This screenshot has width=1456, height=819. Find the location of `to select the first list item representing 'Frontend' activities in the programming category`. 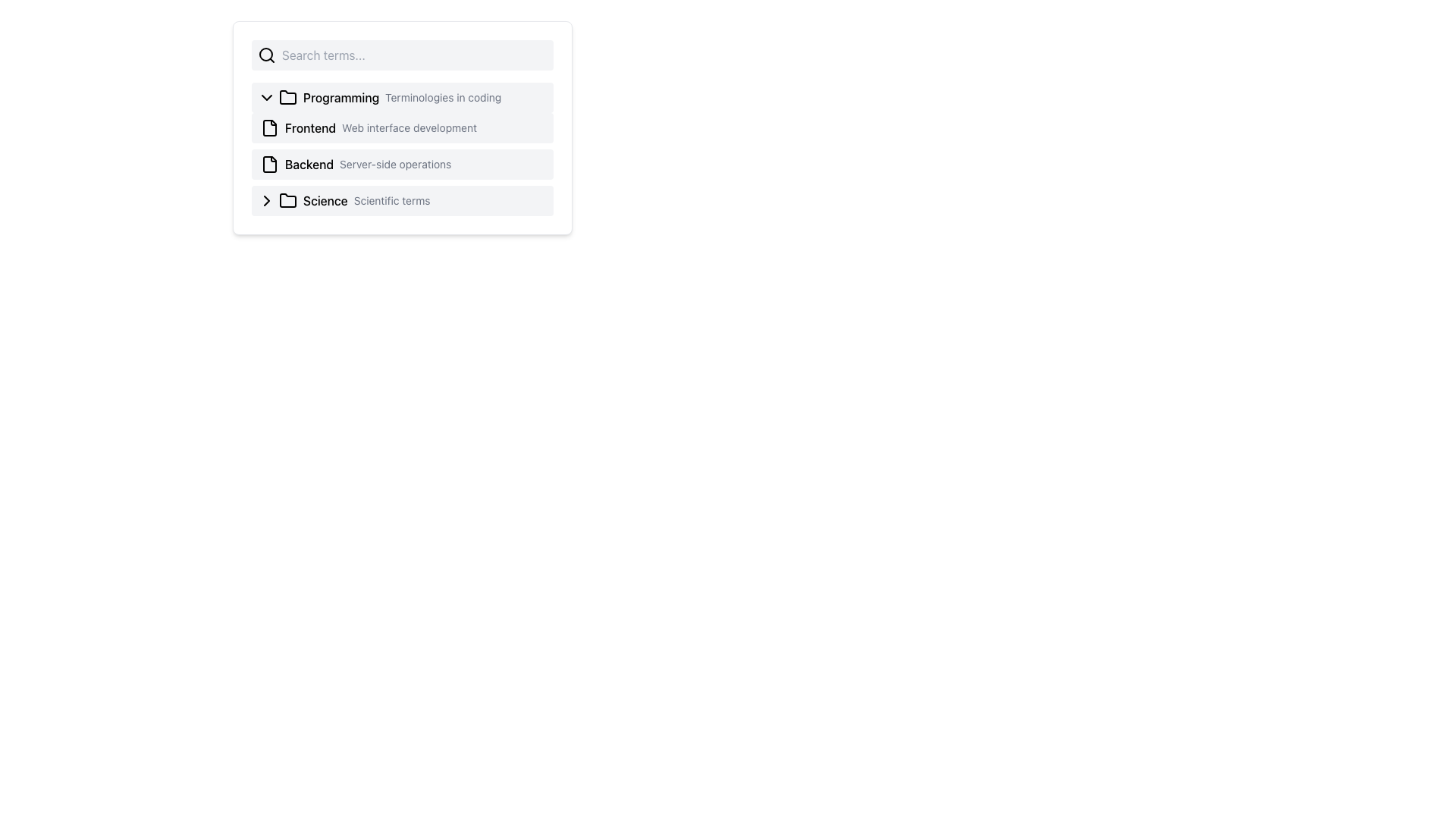

to select the first list item representing 'Frontend' activities in the programming category is located at coordinates (403, 127).